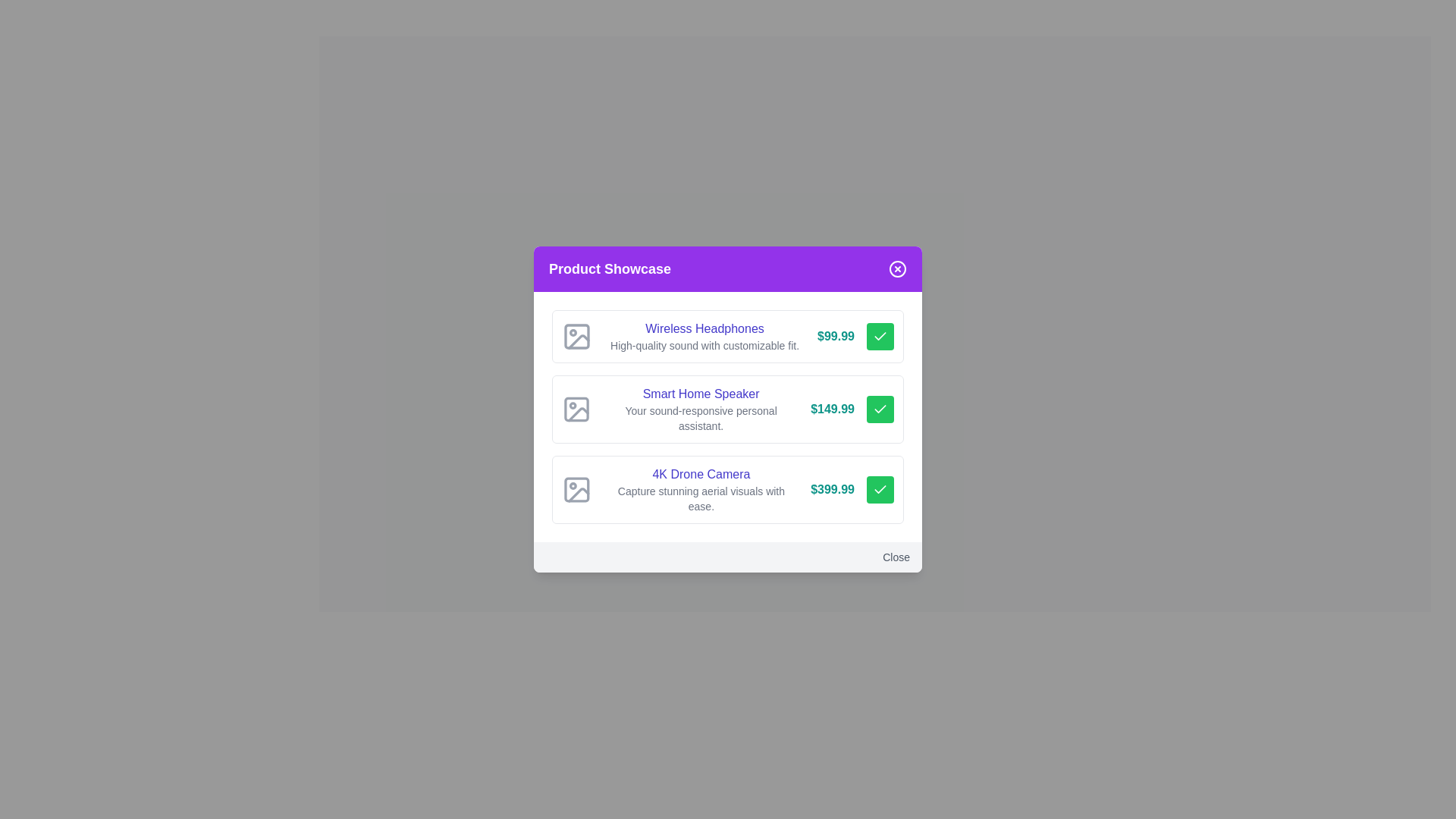 Image resolution: width=1456 pixels, height=819 pixels. Describe the element at coordinates (880, 409) in the screenshot. I see `the green checkmark icon with a white outline located within the green circular button in the top-middle-right portion of the interface, which is part of the second product card titled 'Smart Home Speaker'` at that location.